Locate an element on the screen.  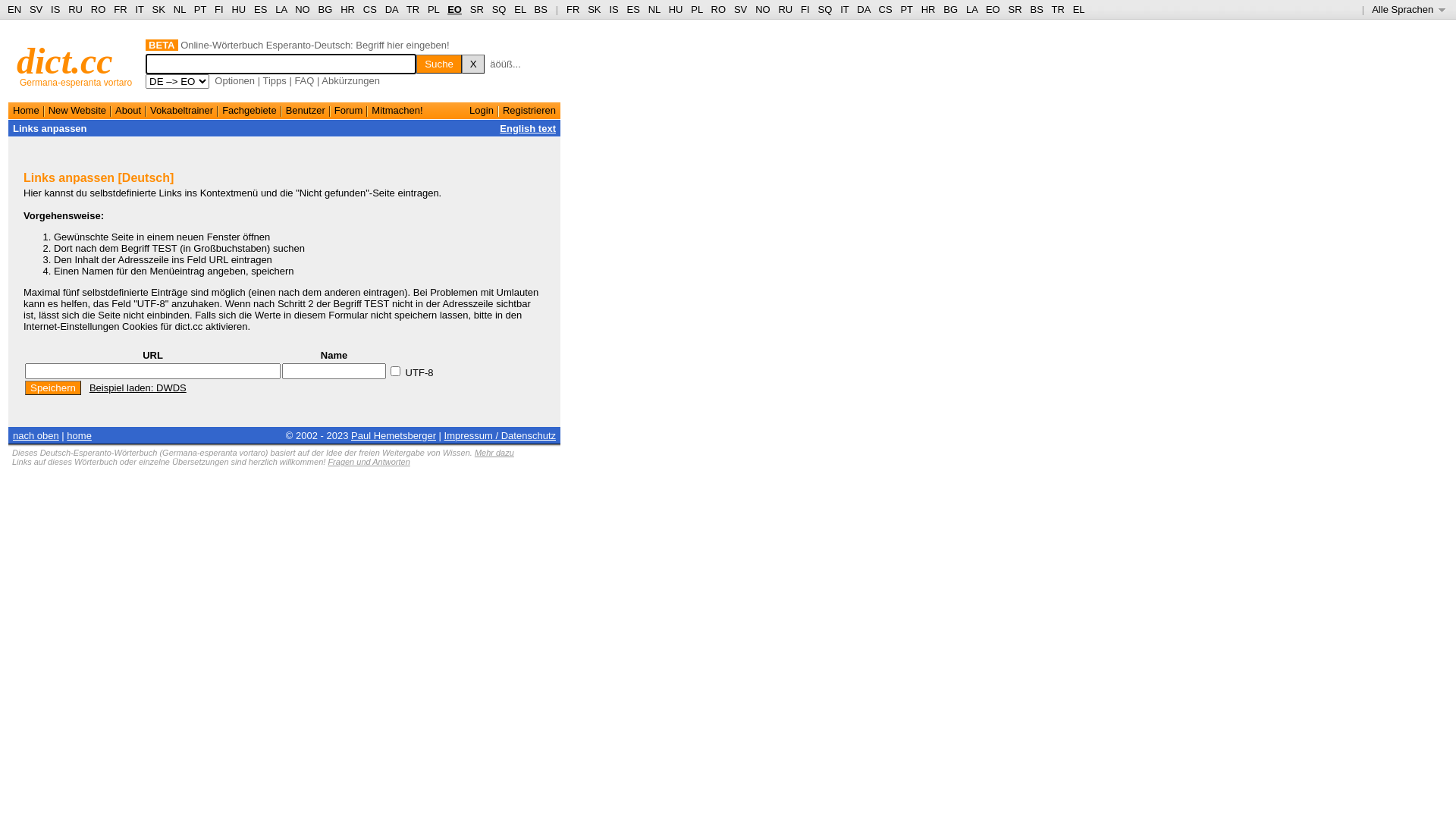
'LA' is located at coordinates (281, 9).